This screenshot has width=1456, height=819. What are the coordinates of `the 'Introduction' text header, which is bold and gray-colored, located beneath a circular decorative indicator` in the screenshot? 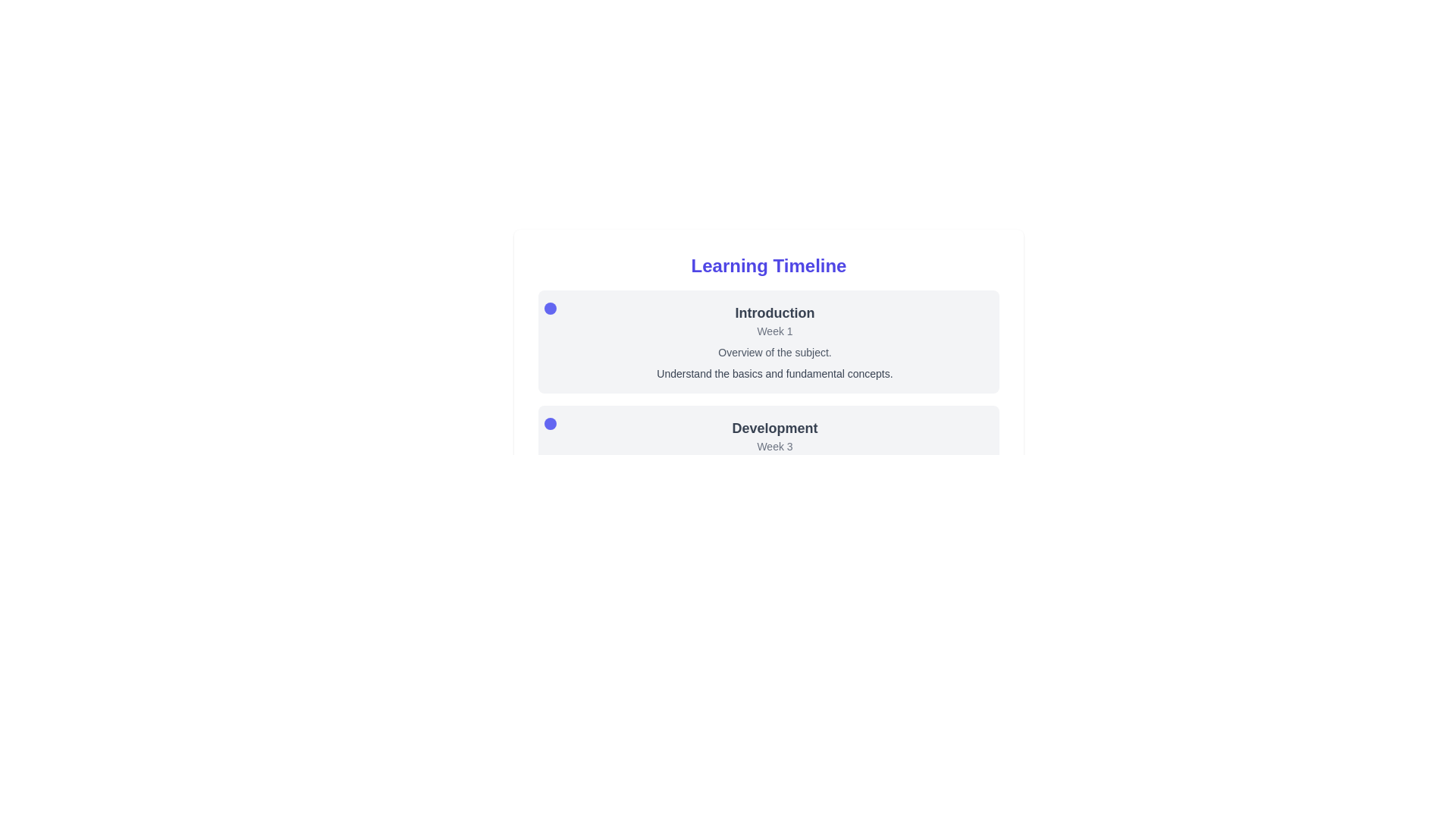 It's located at (775, 312).